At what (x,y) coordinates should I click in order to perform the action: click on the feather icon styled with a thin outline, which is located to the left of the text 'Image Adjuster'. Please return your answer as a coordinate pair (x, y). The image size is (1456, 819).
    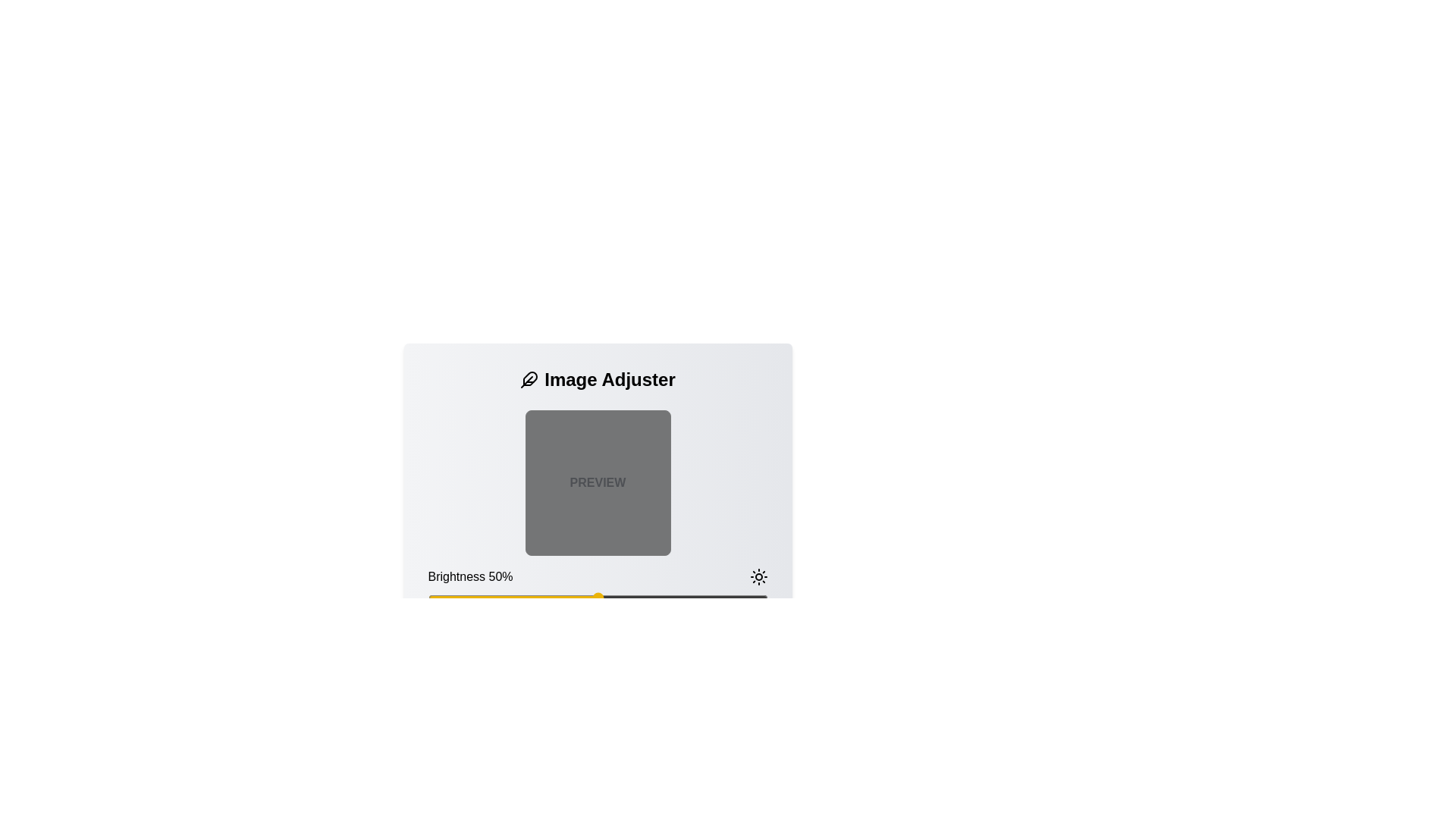
    Looking at the image, I should click on (529, 379).